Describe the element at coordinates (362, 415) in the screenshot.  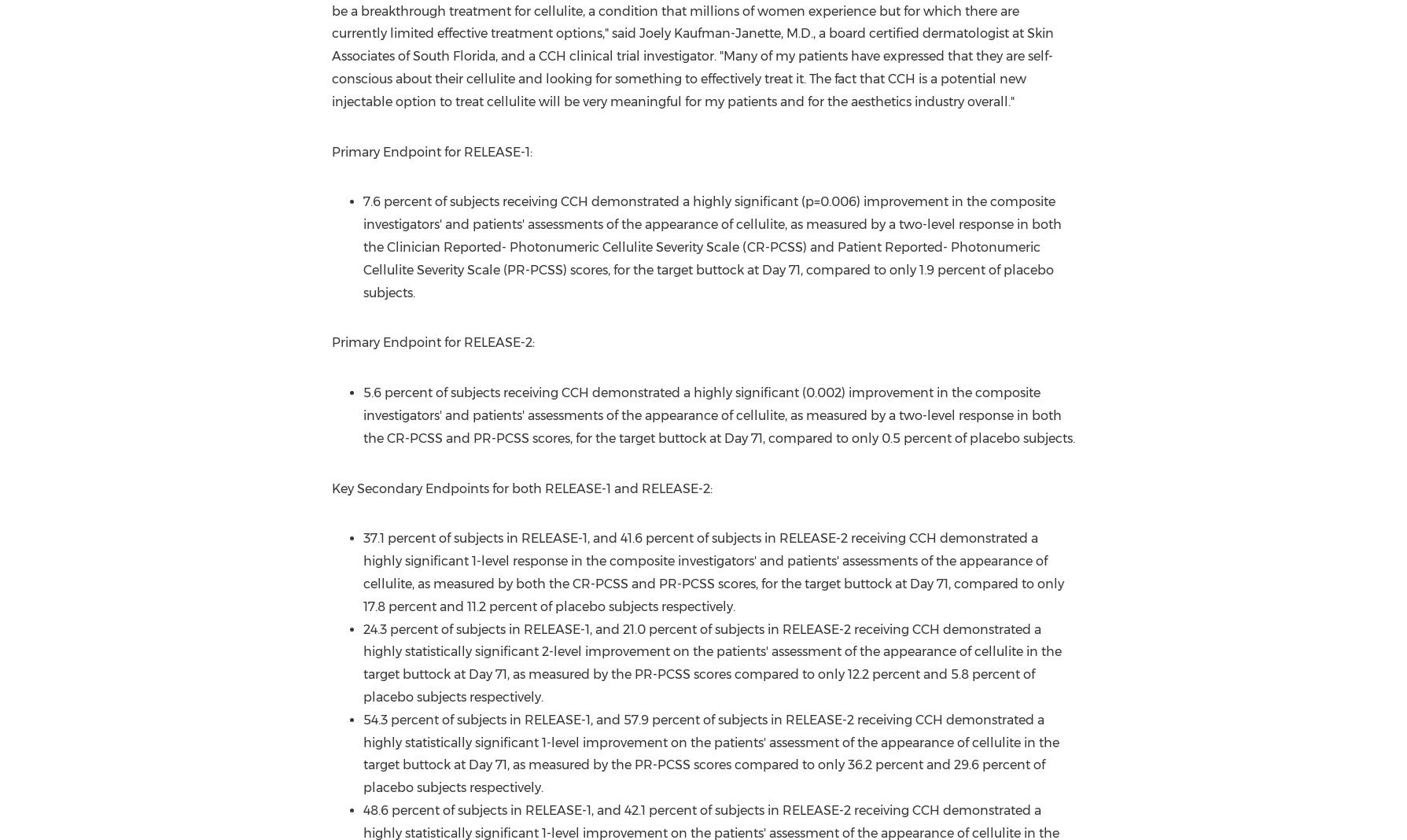
I see `'5.6 percent of subjects receiving CCH demonstrated a highly significant (0.002) improvement in the composite investigators' and patients' assessments of the appearance of cellulite, as measured by a two-level response in both the CR-PCSS and PR-PCSS scores, for the target buttock at Day 71, compared to only 0.5 percent of placebo subjects.'` at that location.